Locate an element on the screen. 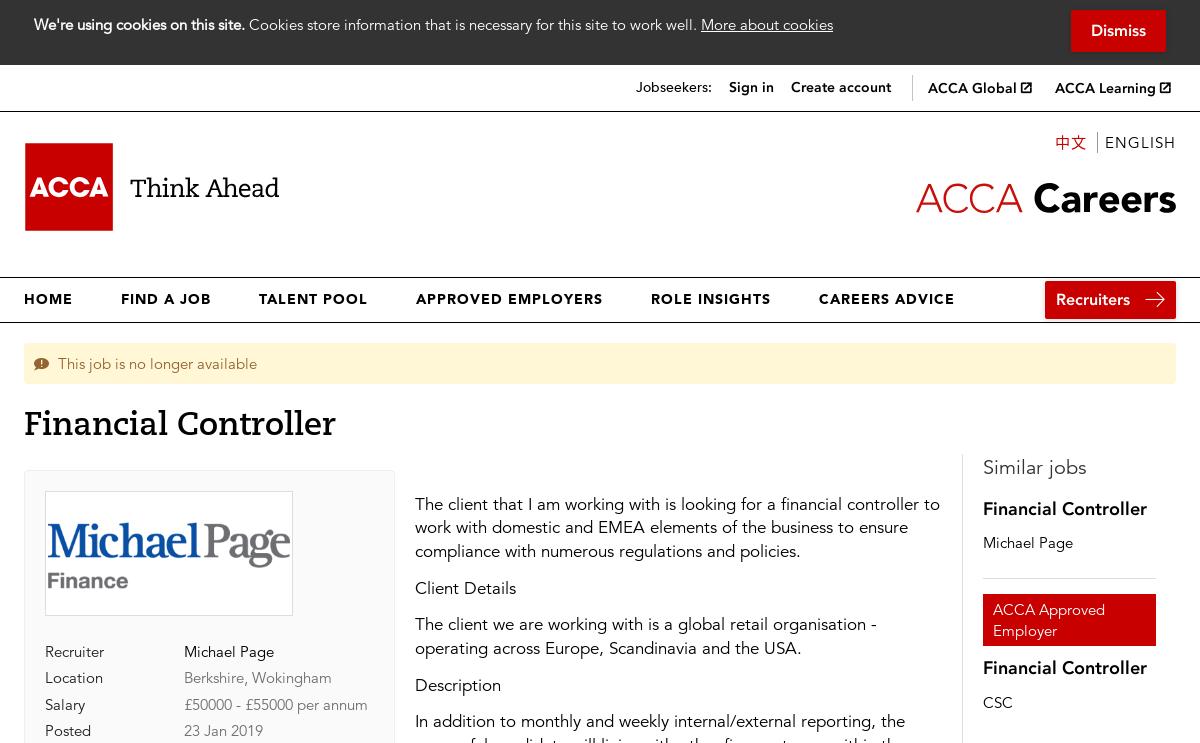 The height and width of the screenshot is (743, 1200). 'Location' is located at coordinates (74, 676).